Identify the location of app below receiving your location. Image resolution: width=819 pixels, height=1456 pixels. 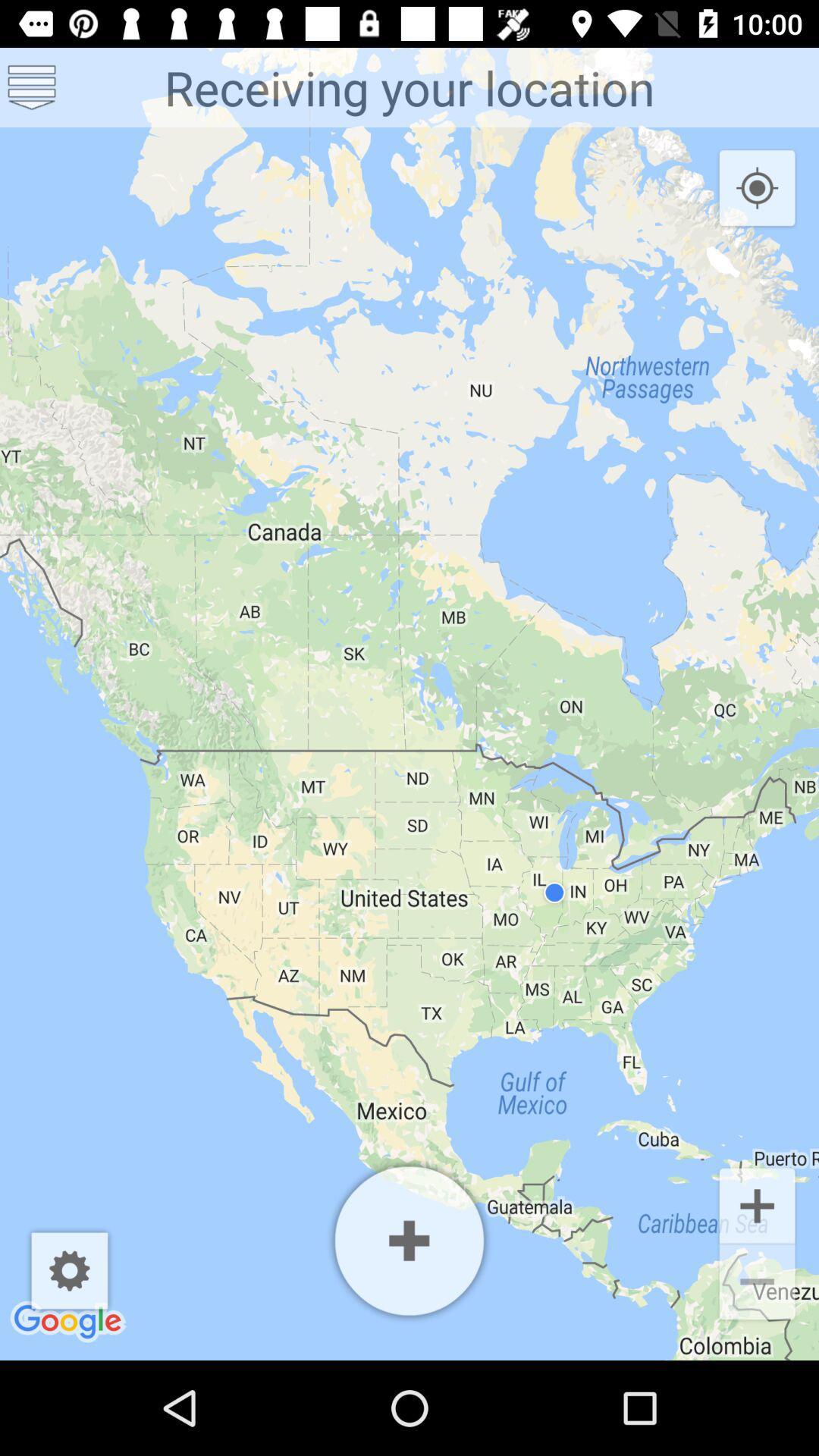
(409, 1241).